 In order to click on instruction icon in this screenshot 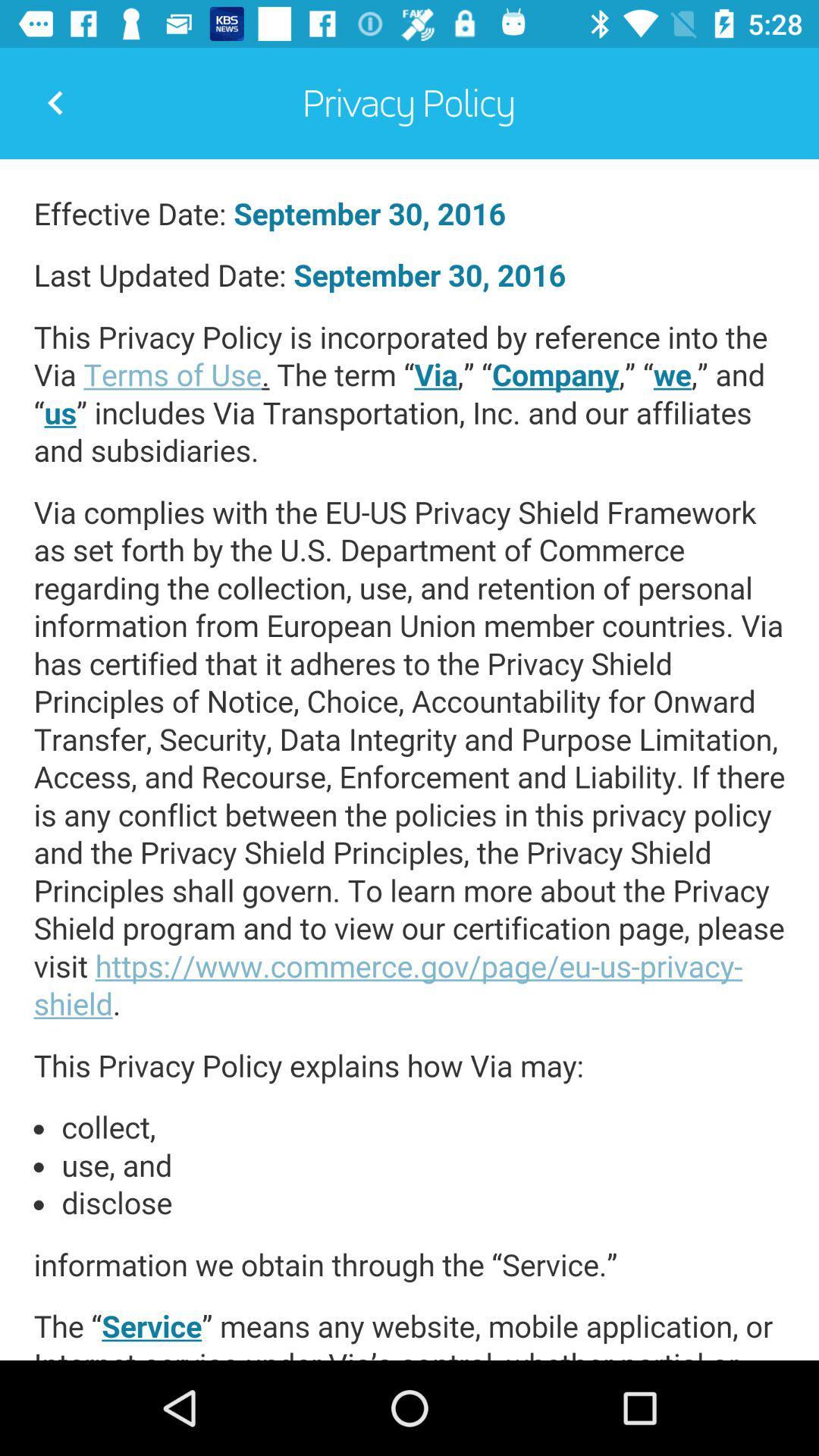, I will do `click(409, 760)`.